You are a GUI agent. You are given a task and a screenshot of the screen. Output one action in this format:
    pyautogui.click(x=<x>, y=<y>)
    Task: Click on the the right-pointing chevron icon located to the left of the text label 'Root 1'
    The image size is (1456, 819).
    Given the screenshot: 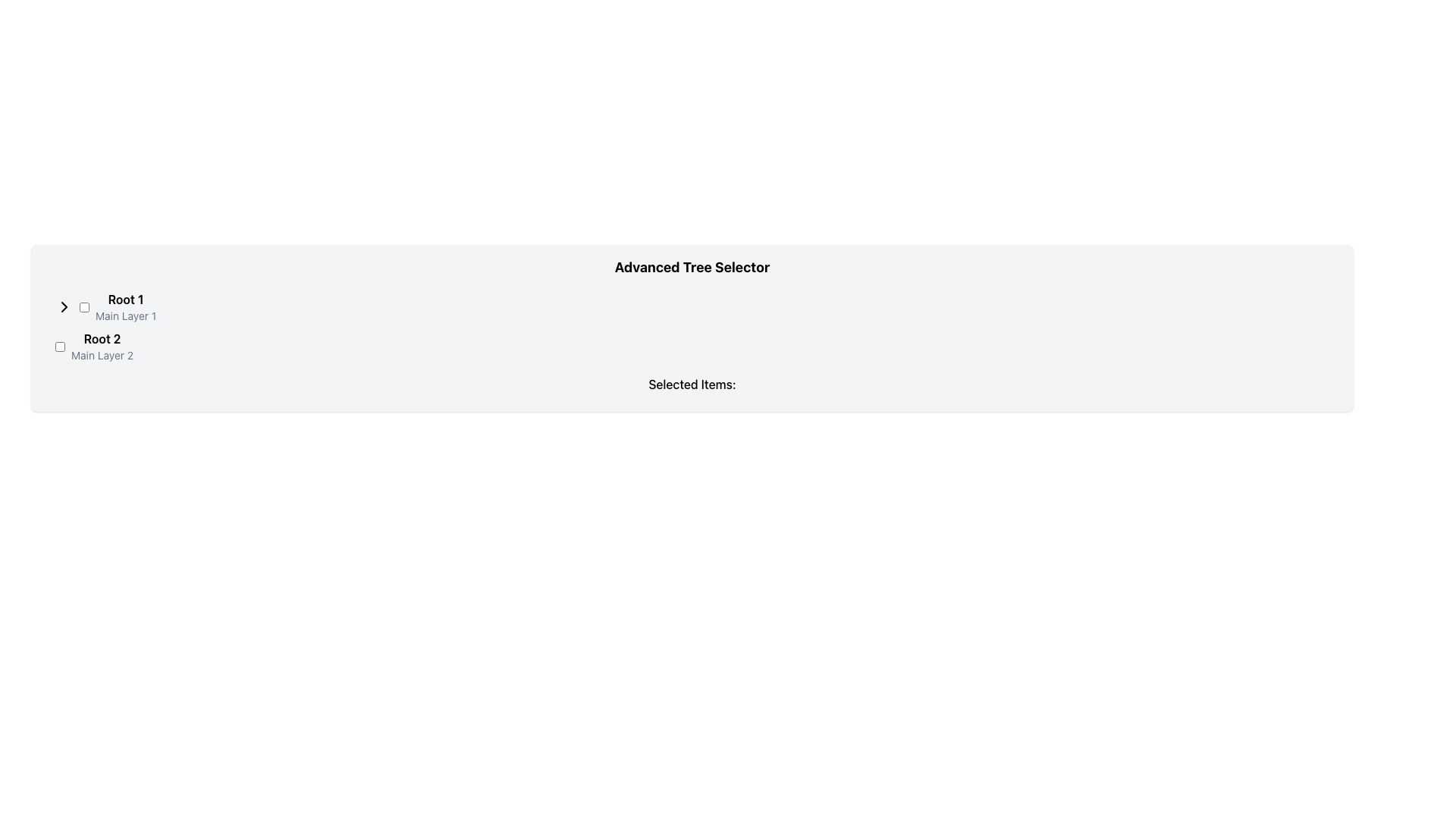 What is the action you would take?
    pyautogui.click(x=64, y=307)
    